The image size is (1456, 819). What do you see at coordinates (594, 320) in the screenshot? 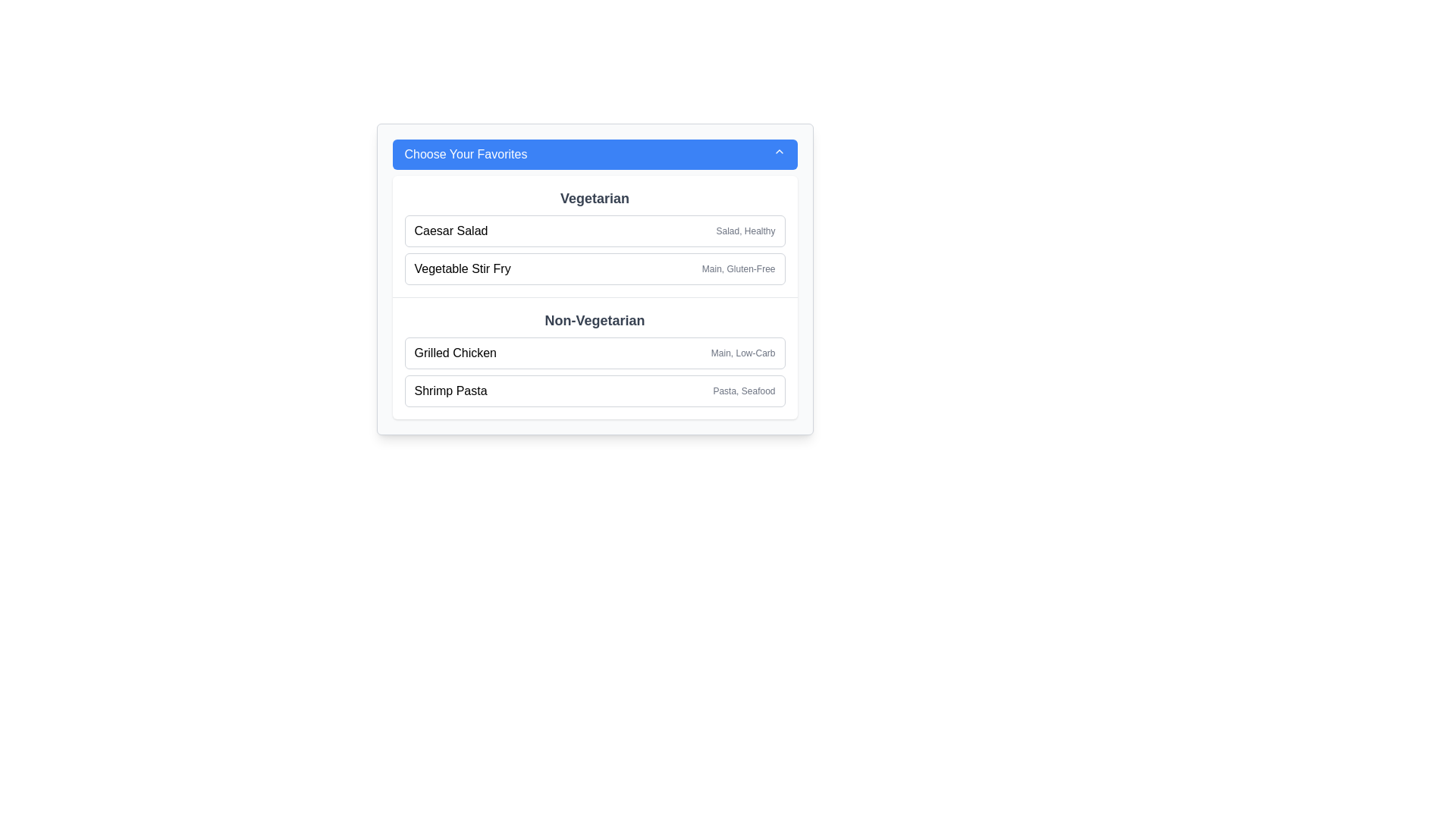
I see `the non-vegetarian food items category header text label located directly under the 'Vegetarian' section header` at bounding box center [594, 320].